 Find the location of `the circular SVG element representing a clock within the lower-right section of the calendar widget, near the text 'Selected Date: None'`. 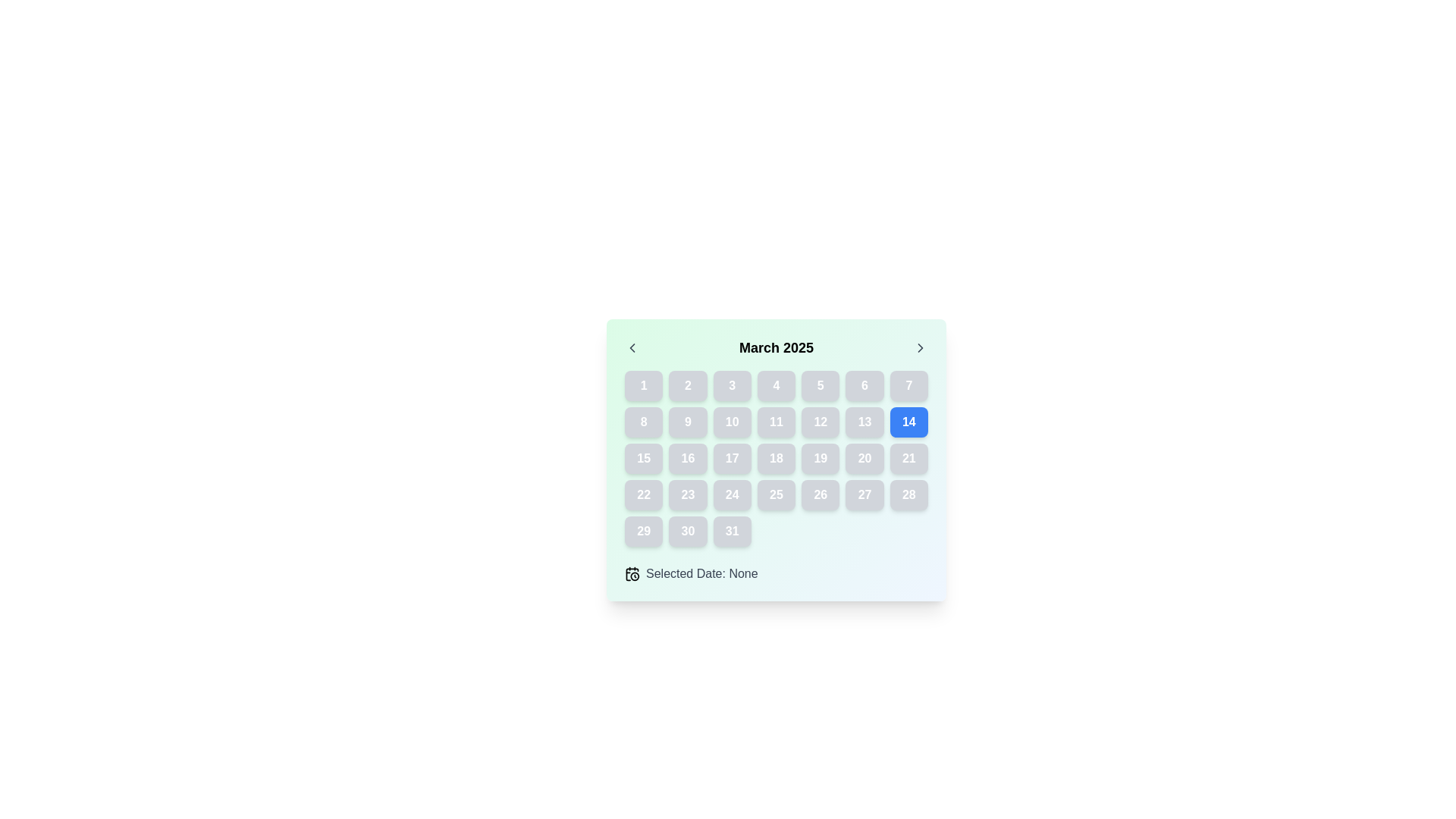

the circular SVG element representing a clock within the lower-right section of the calendar widget, near the text 'Selected Date: None' is located at coordinates (635, 576).